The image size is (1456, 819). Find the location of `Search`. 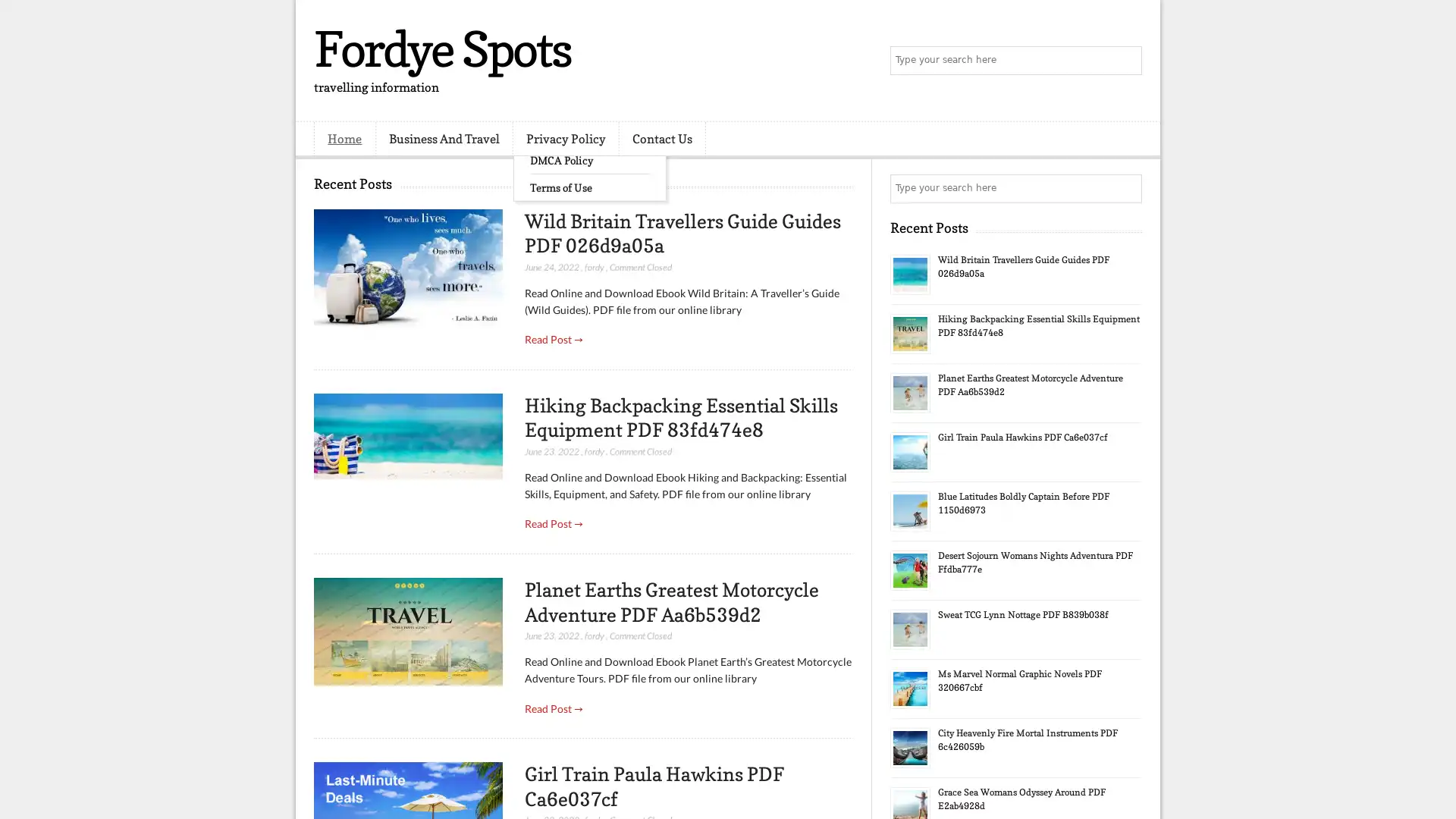

Search is located at coordinates (1126, 188).